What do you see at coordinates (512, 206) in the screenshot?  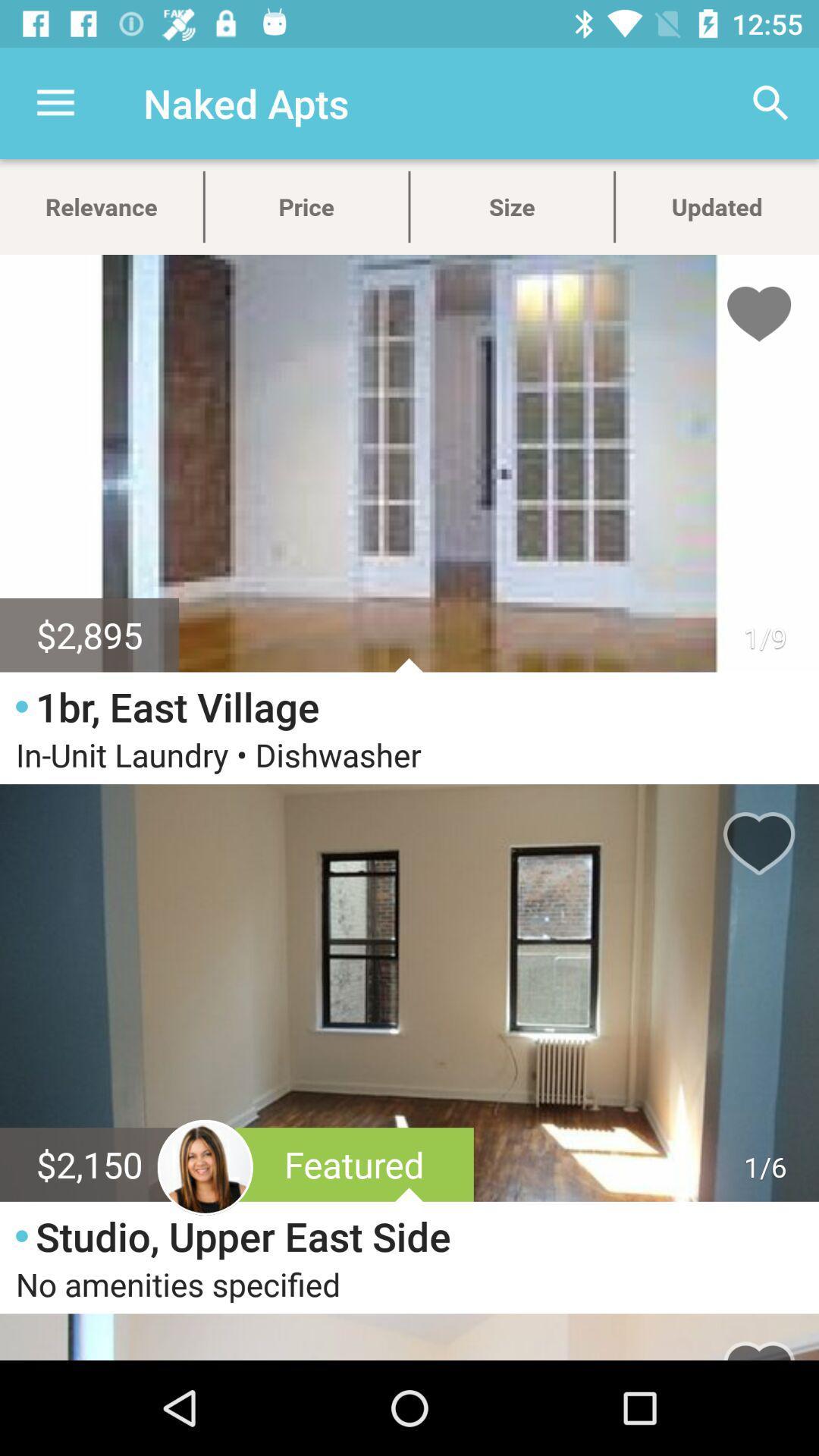 I see `the size` at bounding box center [512, 206].